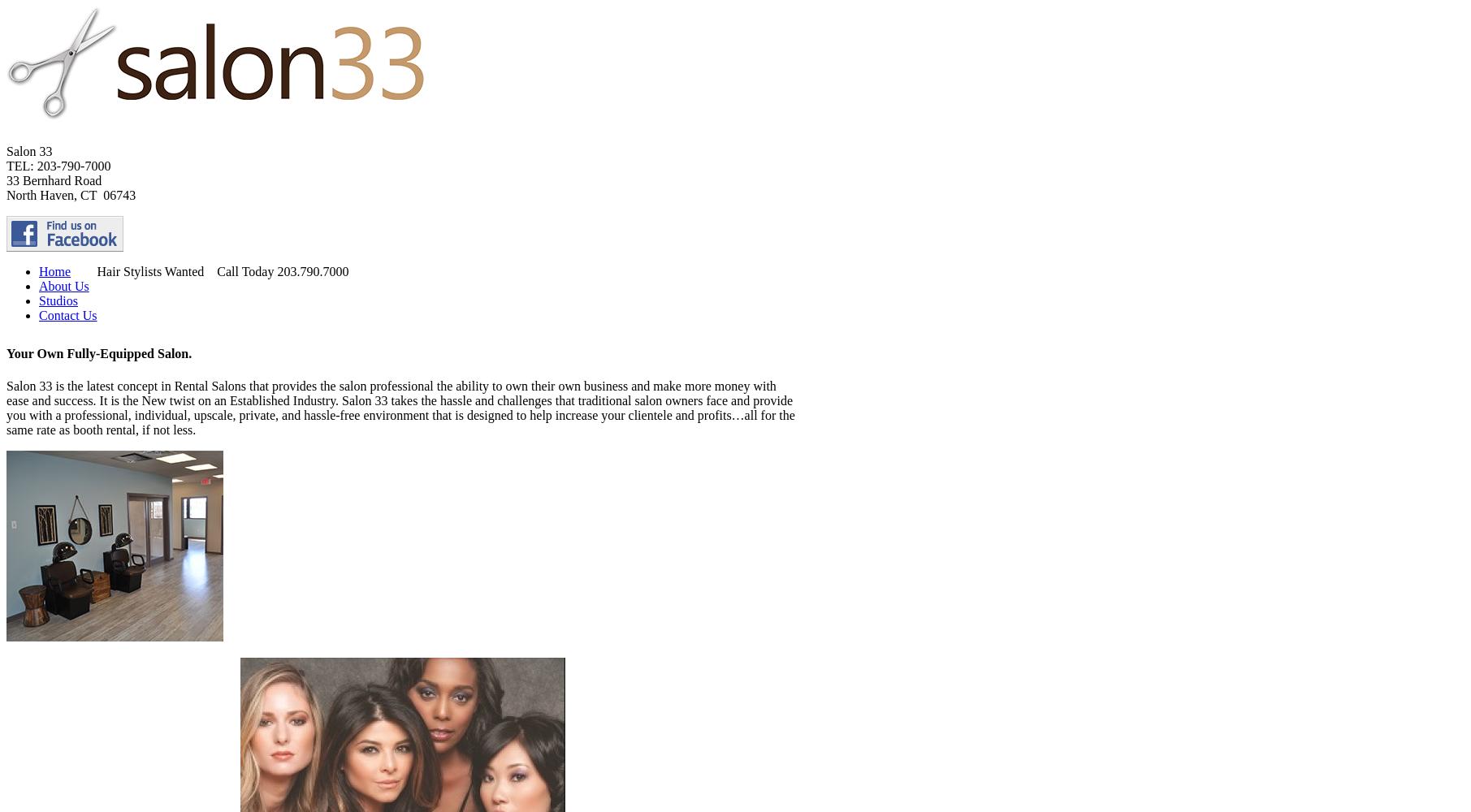 The height and width of the screenshot is (812, 1471). What do you see at coordinates (71, 194) in the screenshot?
I see `'North Haven, CT  06743'` at bounding box center [71, 194].